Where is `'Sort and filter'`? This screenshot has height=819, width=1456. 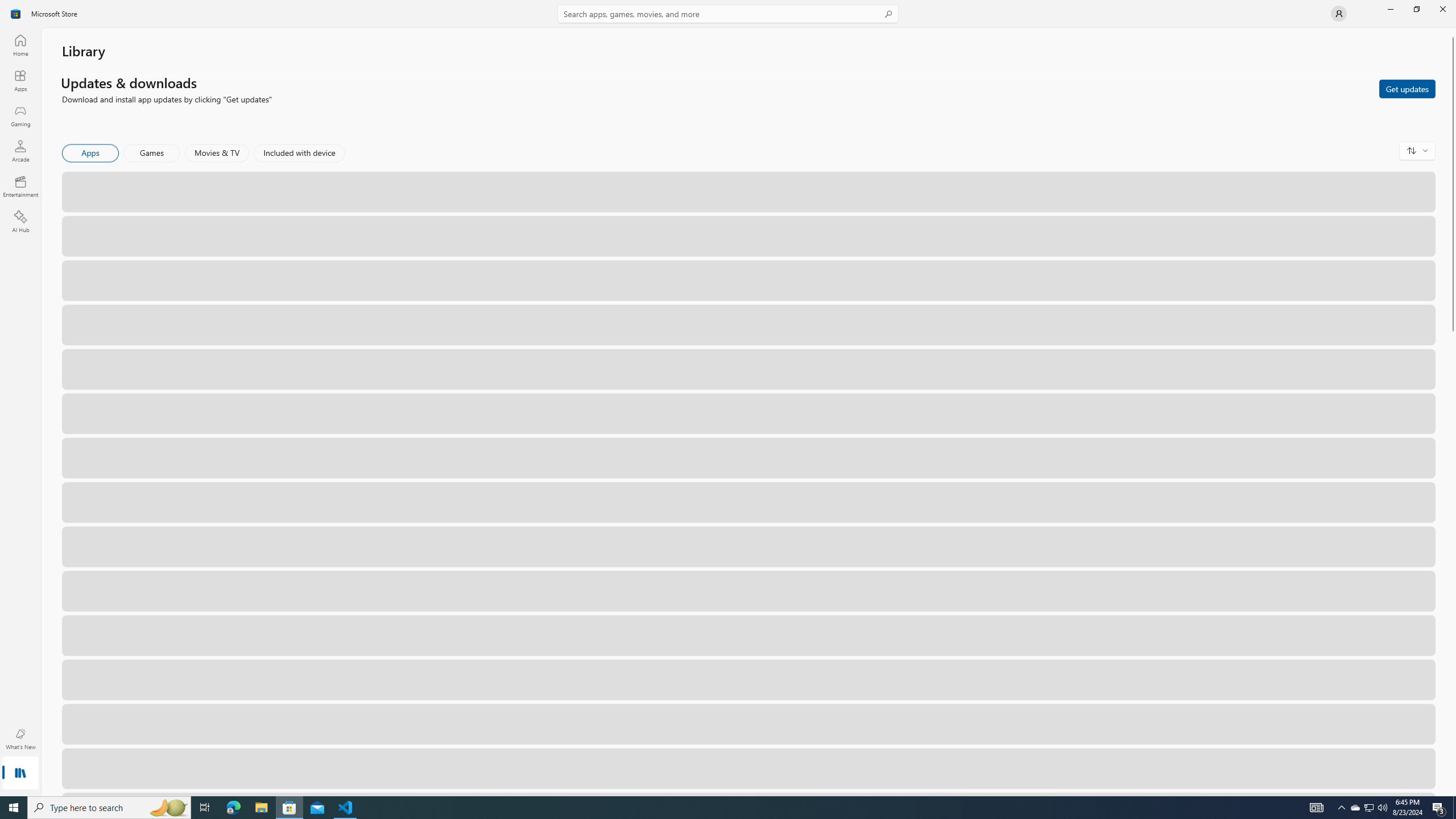 'Sort and filter' is located at coordinates (1417, 150).